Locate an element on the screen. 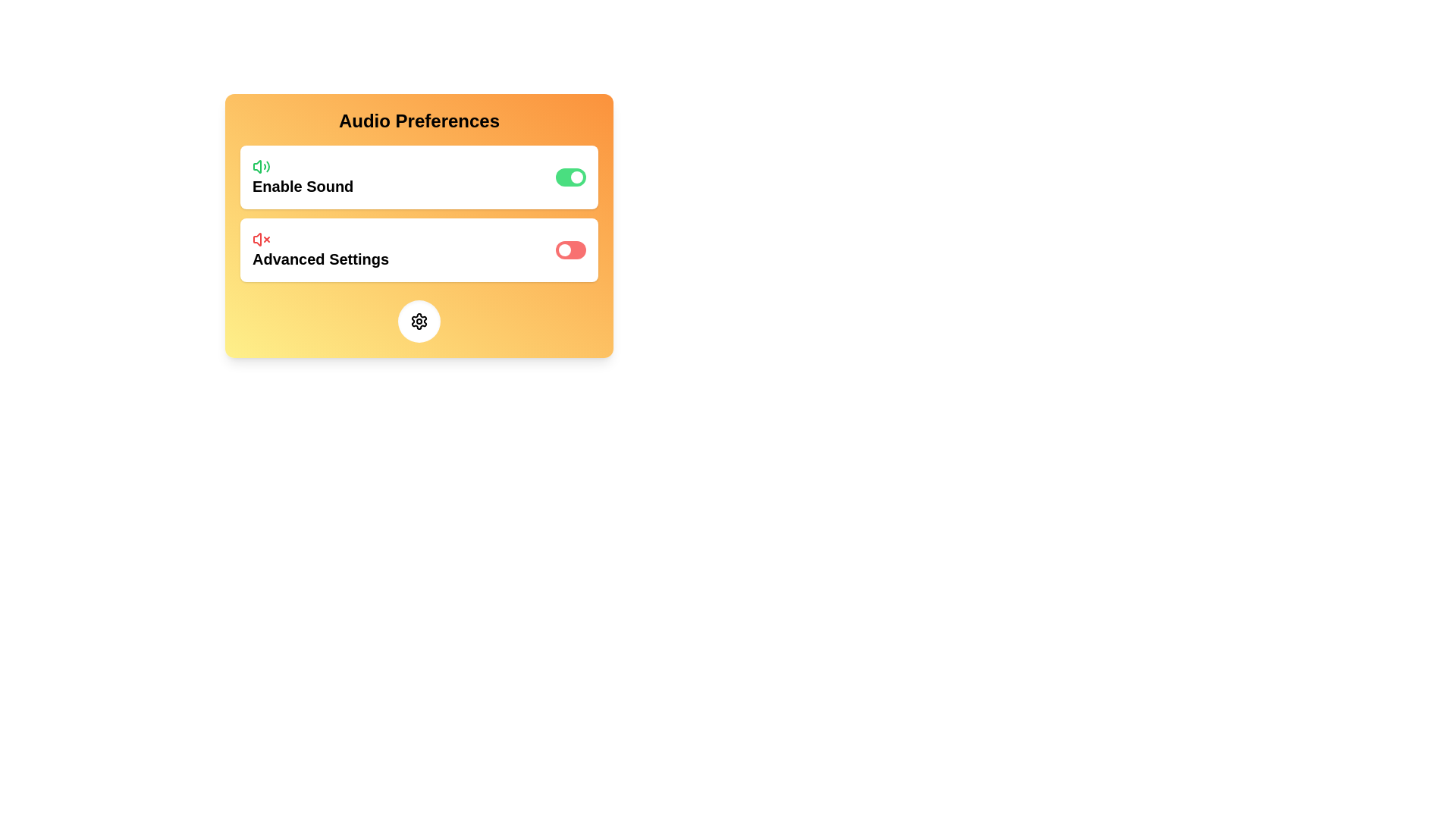  the settings button located below the preferences is located at coordinates (419, 321).